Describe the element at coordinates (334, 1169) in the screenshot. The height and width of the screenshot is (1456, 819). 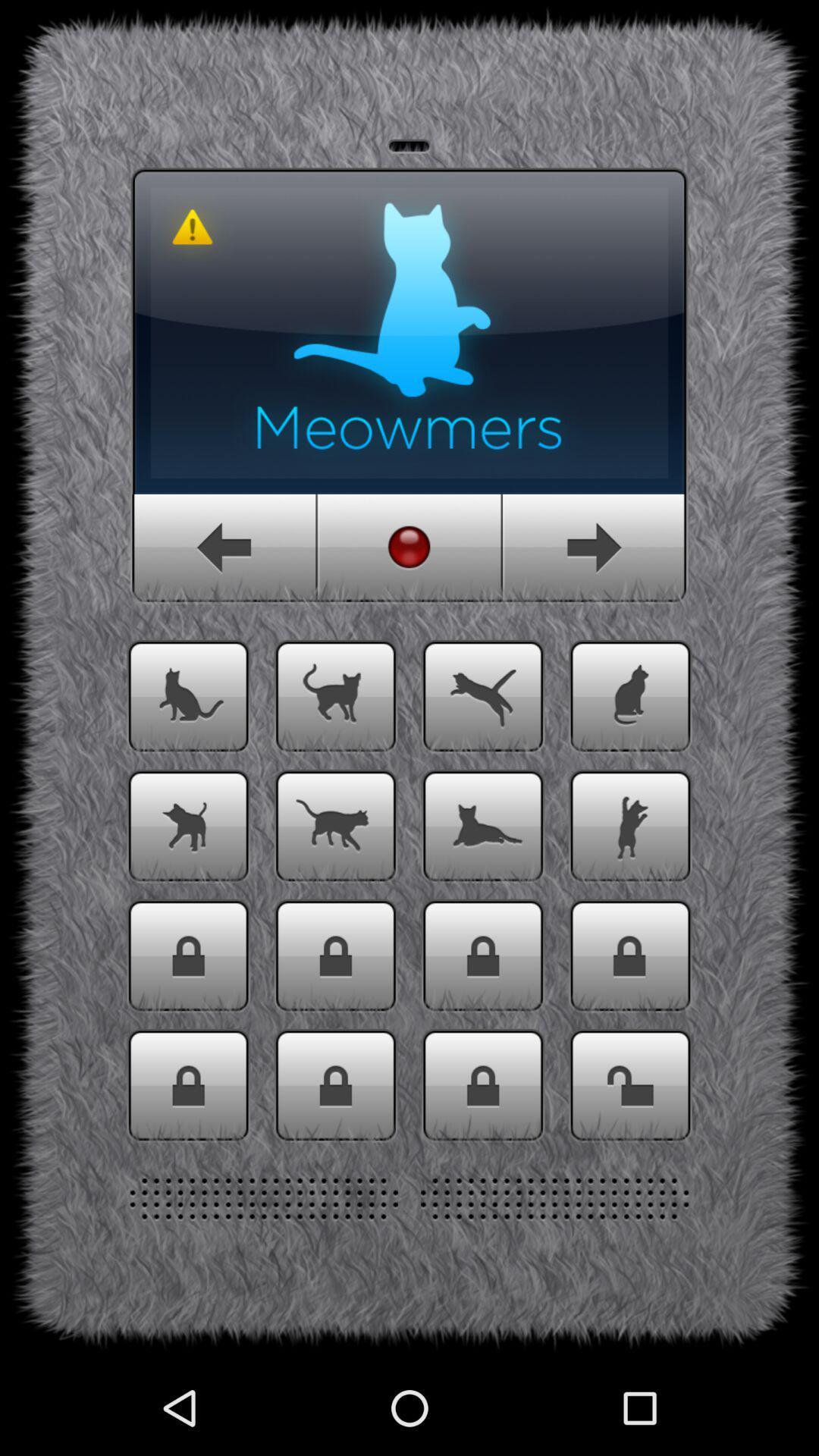
I see `the lock icon` at that location.